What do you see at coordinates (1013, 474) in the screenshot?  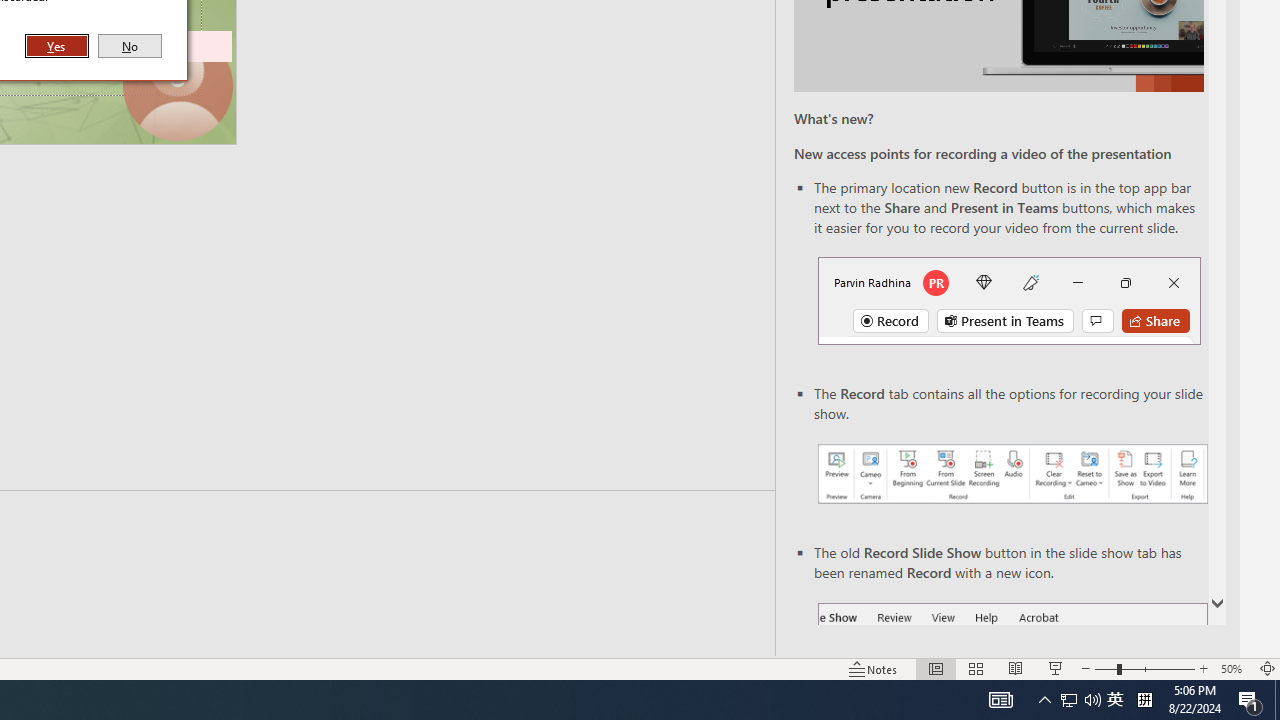 I see `'Record your presentations screenshot one'` at bounding box center [1013, 474].